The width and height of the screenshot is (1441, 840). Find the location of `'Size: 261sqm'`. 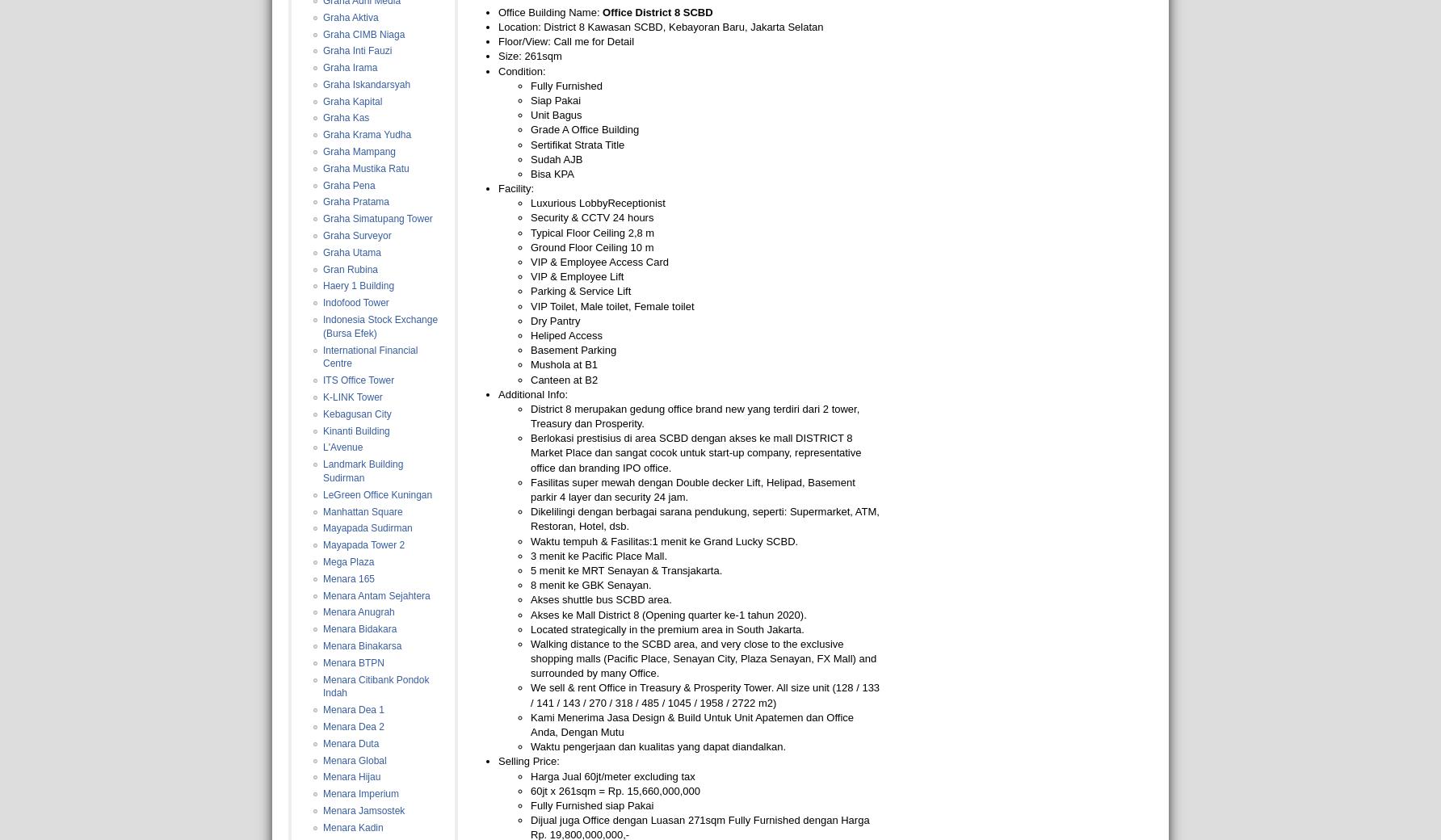

'Size: 261sqm' is located at coordinates (530, 55).